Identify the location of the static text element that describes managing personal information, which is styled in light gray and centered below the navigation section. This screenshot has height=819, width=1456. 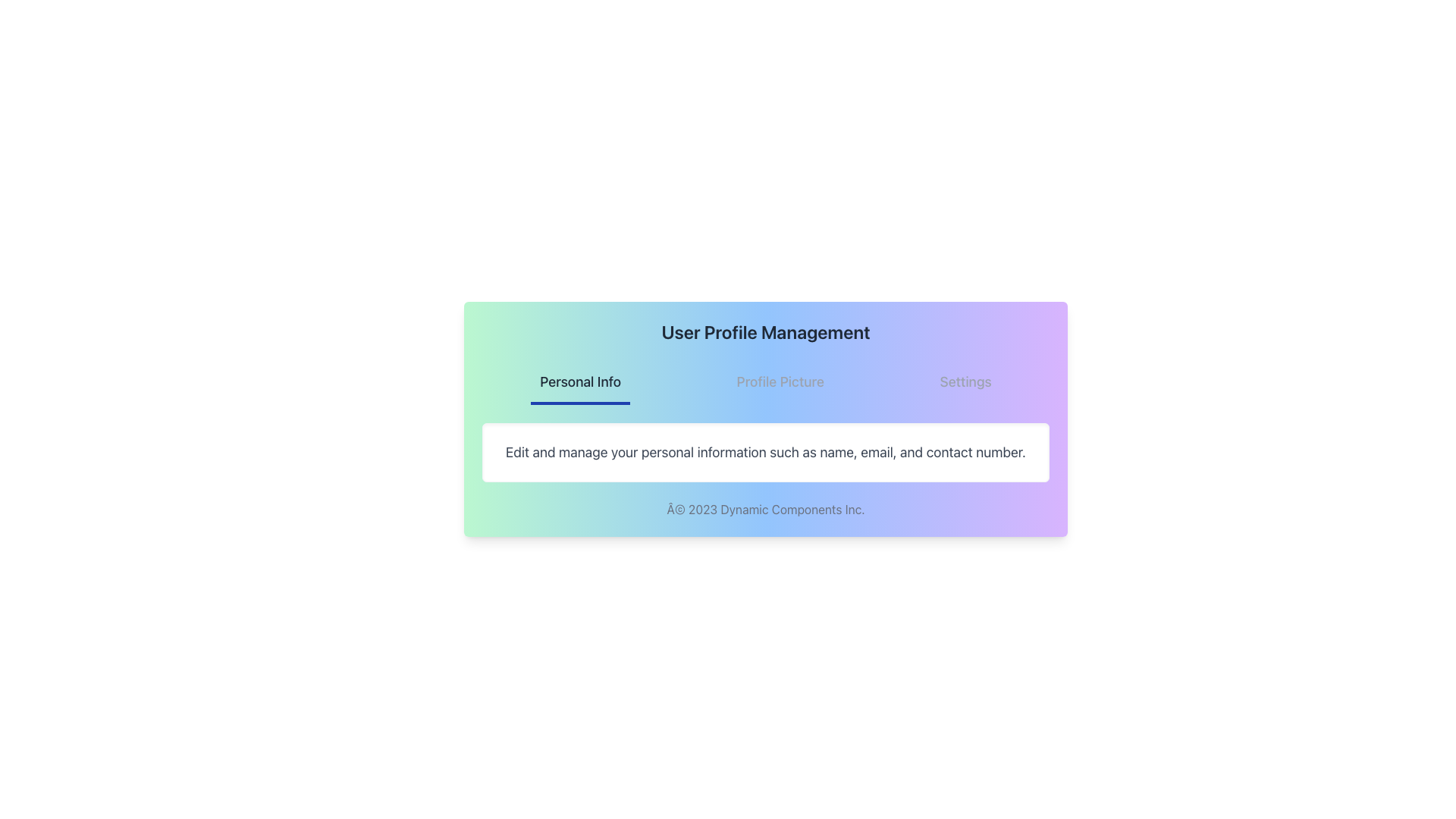
(765, 452).